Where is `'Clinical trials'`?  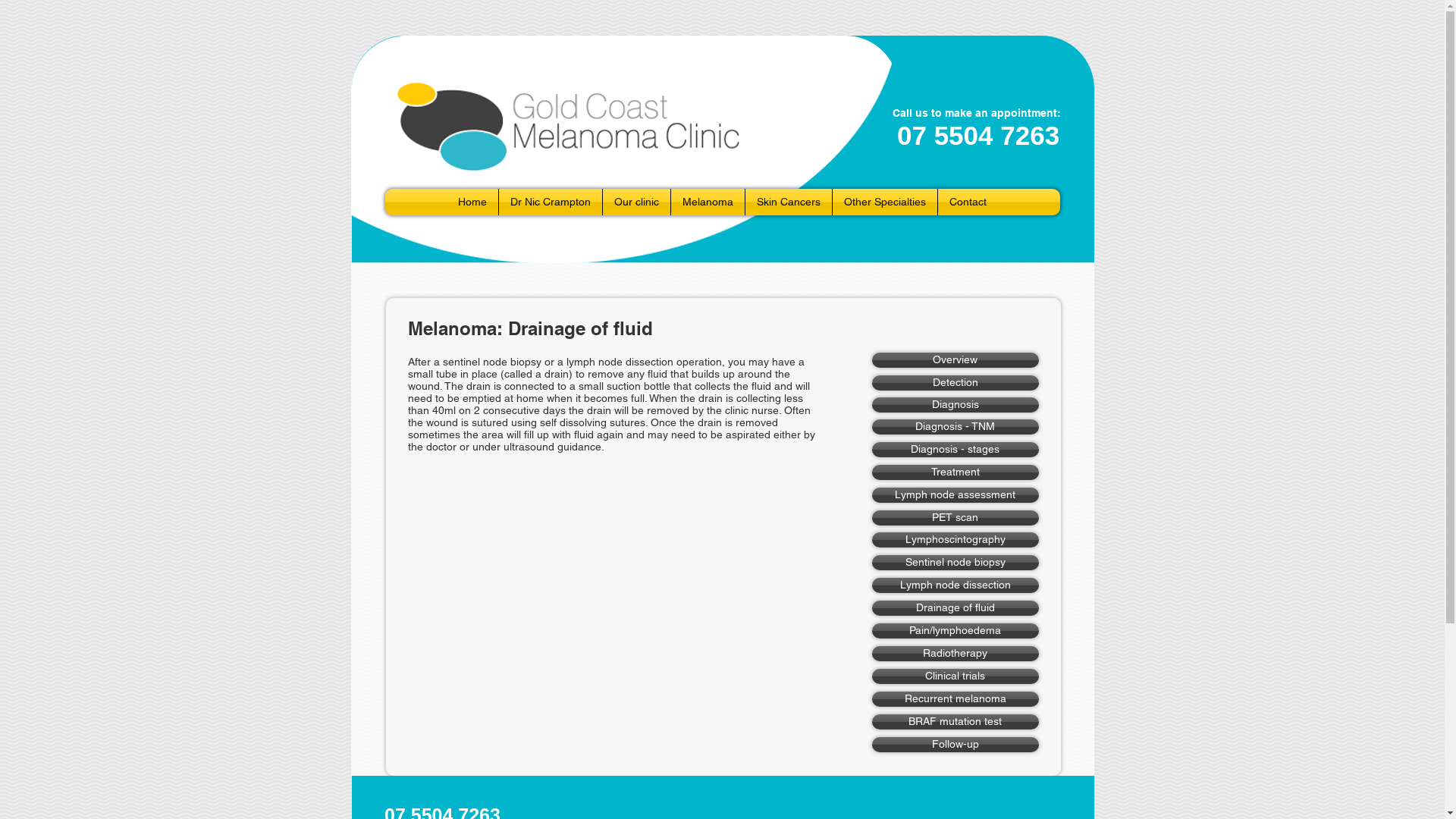 'Clinical trials' is located at coordinates (872, 675).